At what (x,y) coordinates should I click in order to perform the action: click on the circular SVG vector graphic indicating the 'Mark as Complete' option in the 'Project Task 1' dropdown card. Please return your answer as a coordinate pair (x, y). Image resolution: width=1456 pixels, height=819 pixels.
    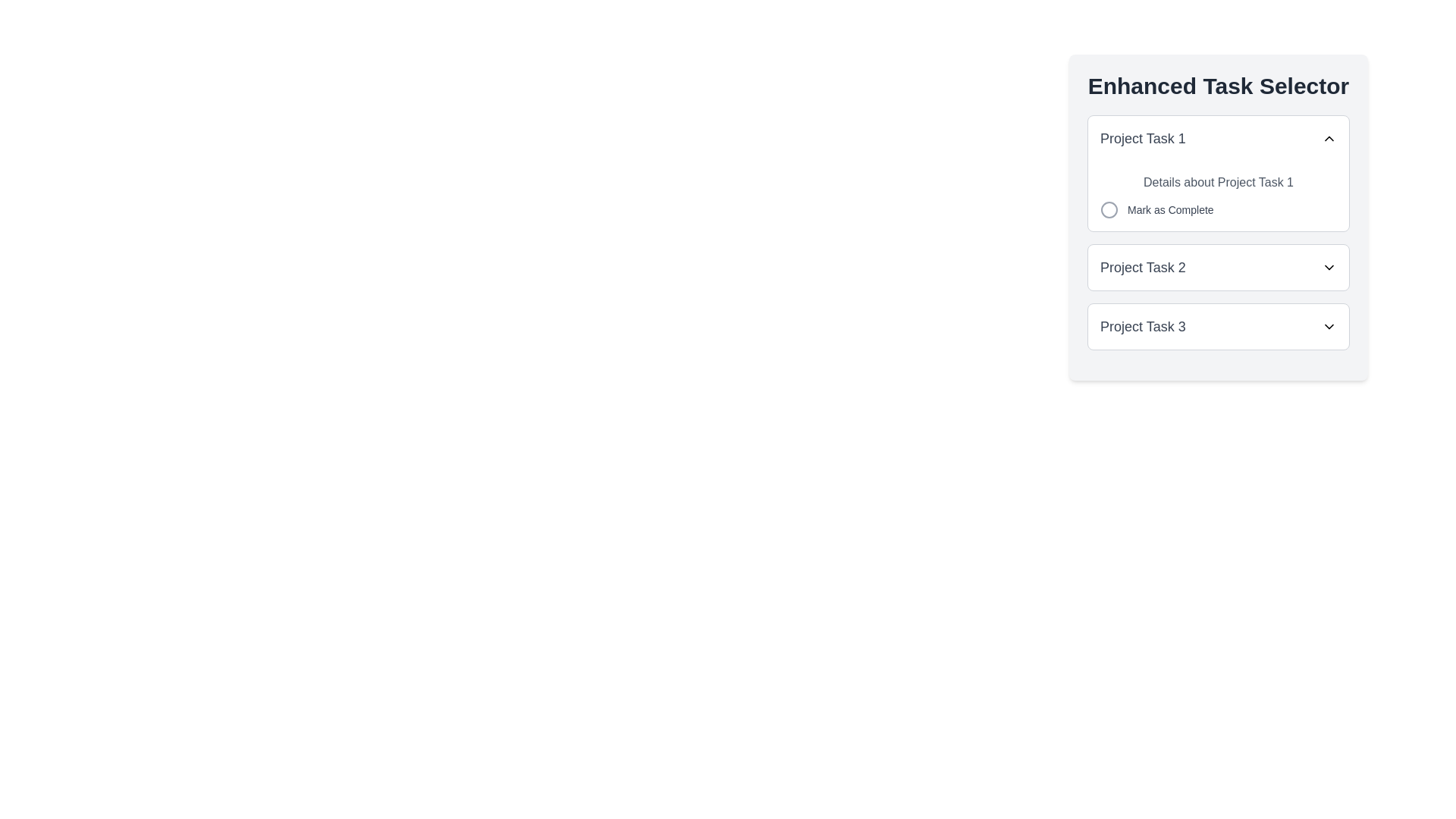
    Looking at the image, I should click on (1109, 210).